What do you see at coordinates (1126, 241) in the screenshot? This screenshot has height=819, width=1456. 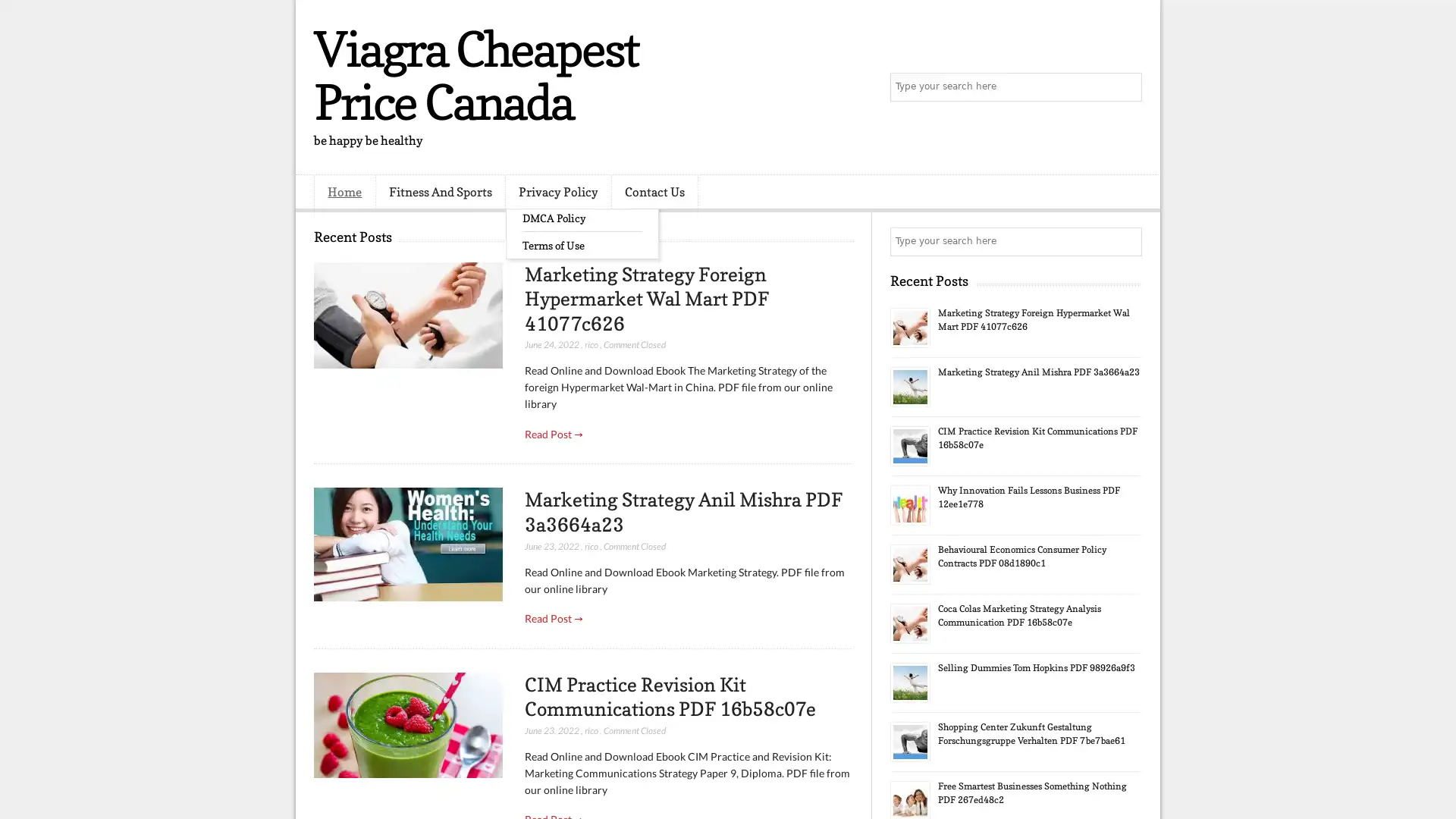 I see `Search` at bounding box center [1126, 241].